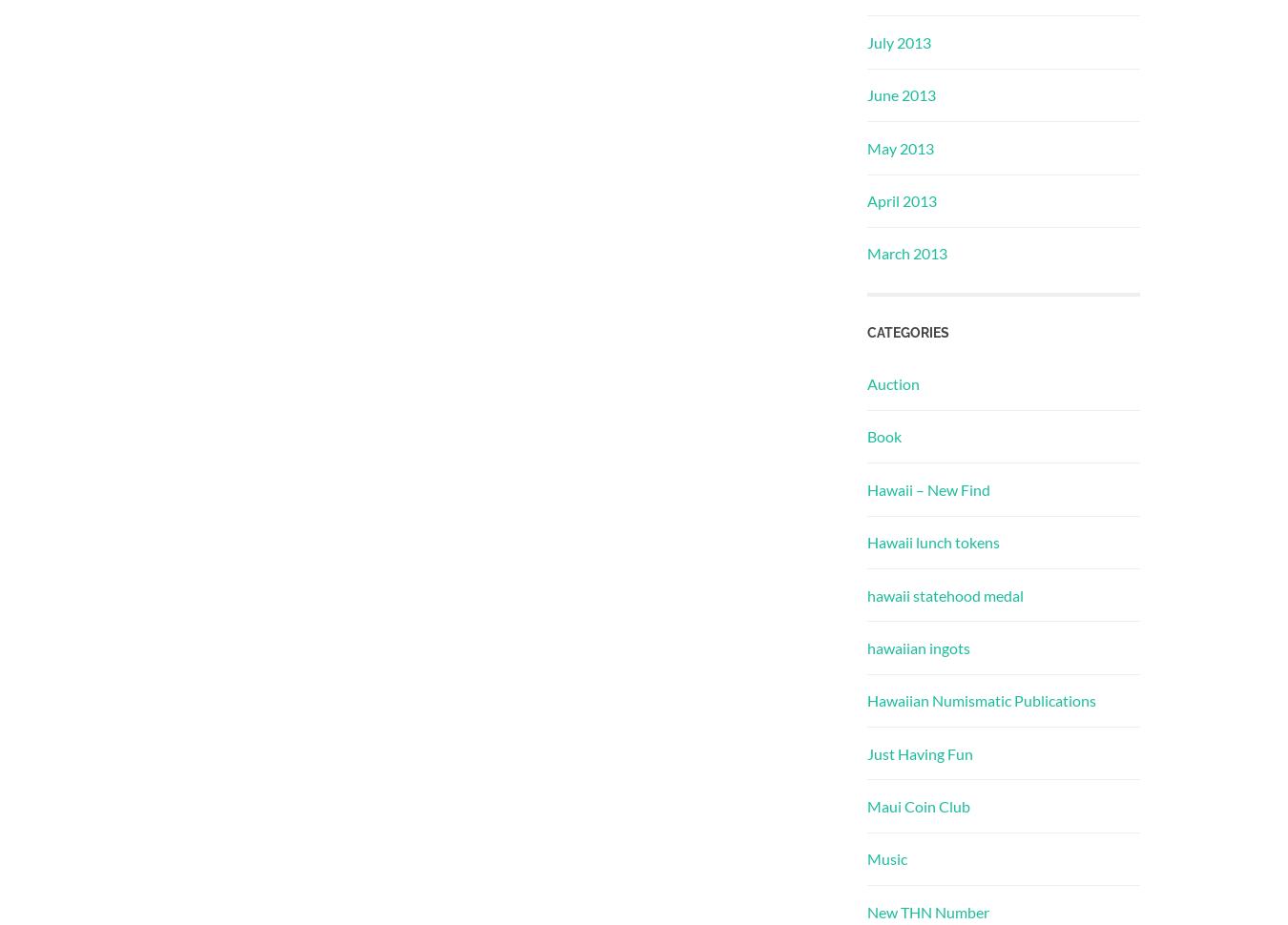  Describe the element at coordinates (917, 805) in the screenshot. I see `'Maui Coin Club'` at that location.